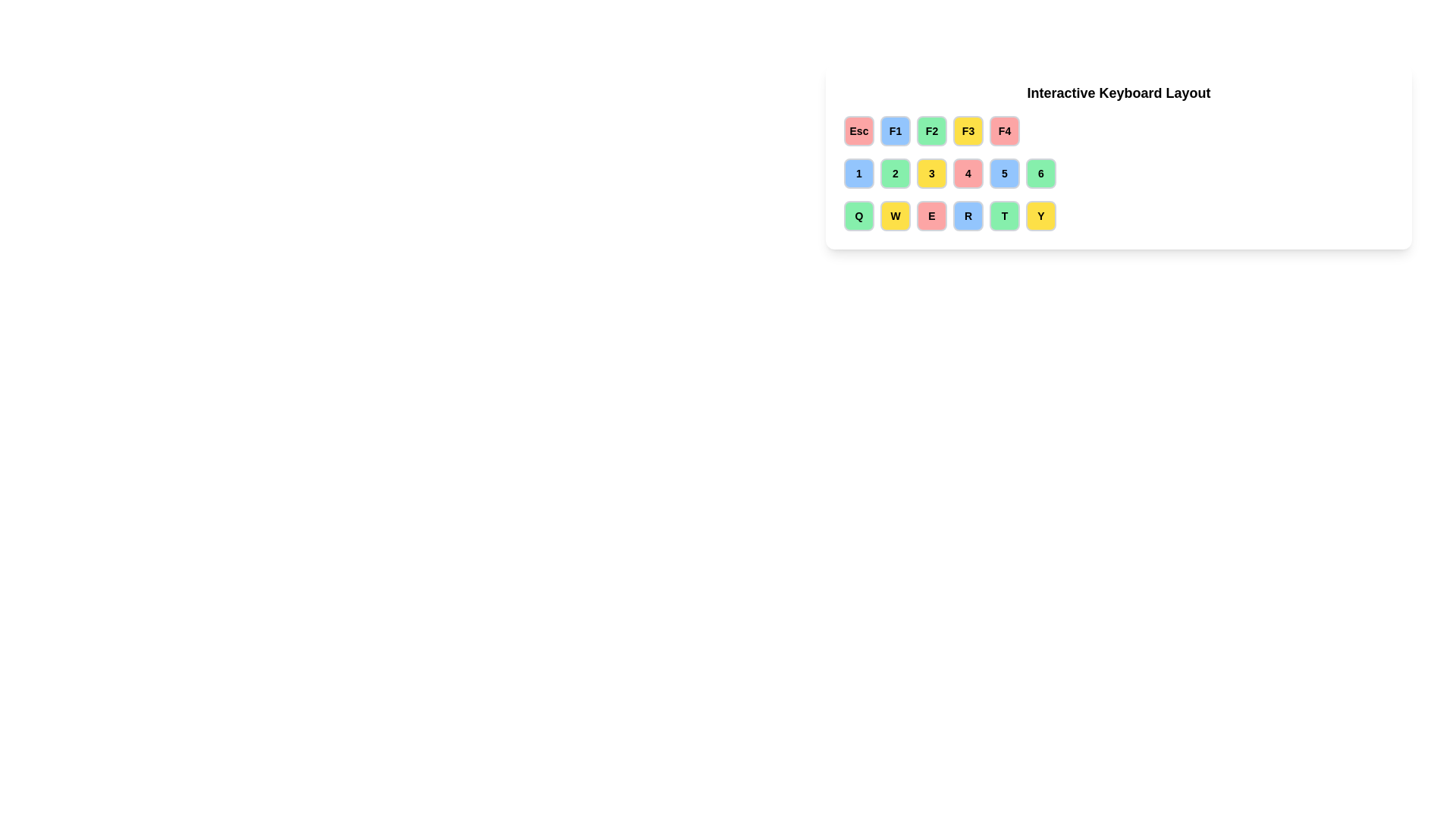 This screenshot has height=819, width=1456. I want to click on the square button with a blue background and white border, displaying the number '5' in bold black font, so click(1004, 172).